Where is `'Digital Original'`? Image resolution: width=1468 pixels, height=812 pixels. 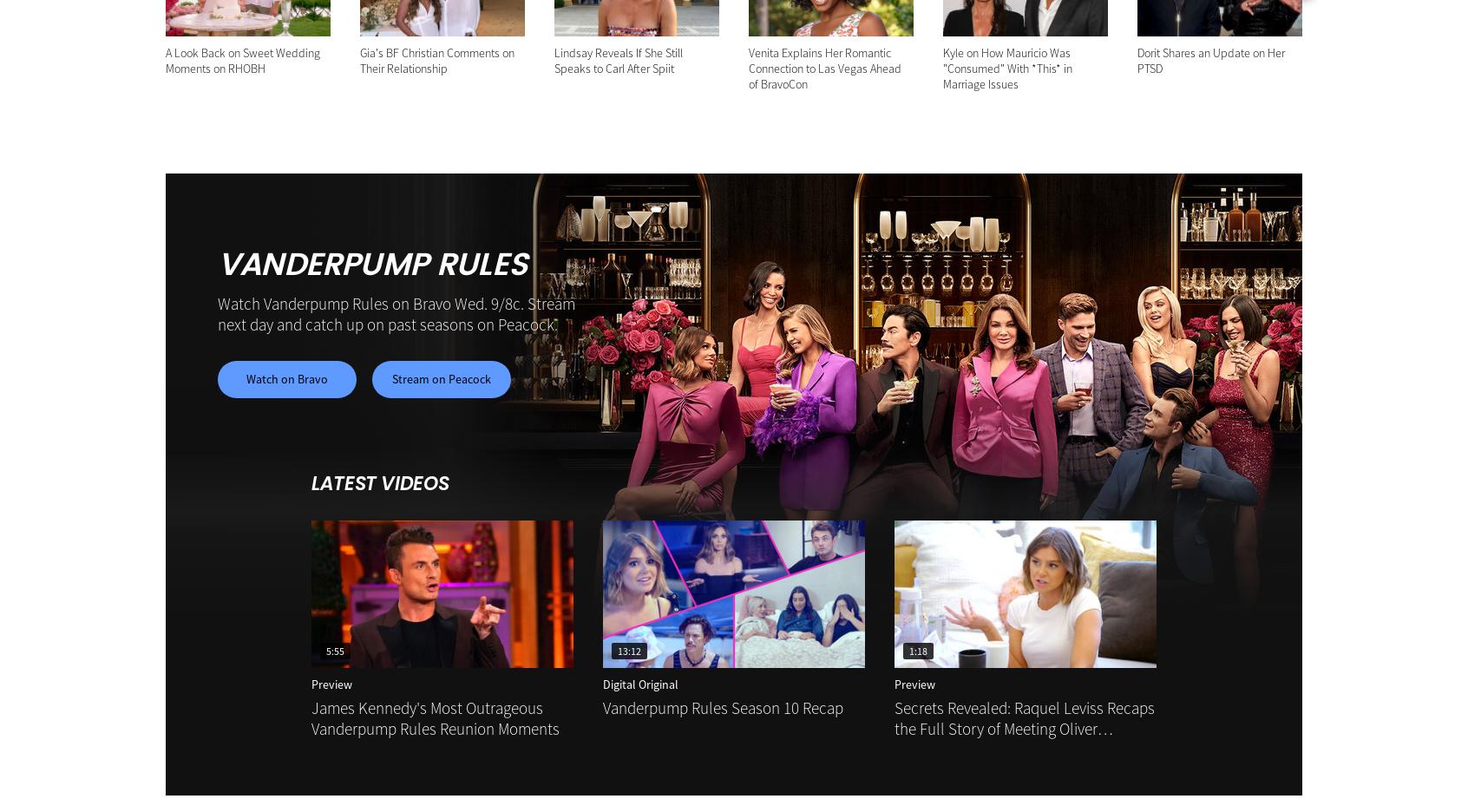 'Digital Original' is located at coordinates (603, 683).